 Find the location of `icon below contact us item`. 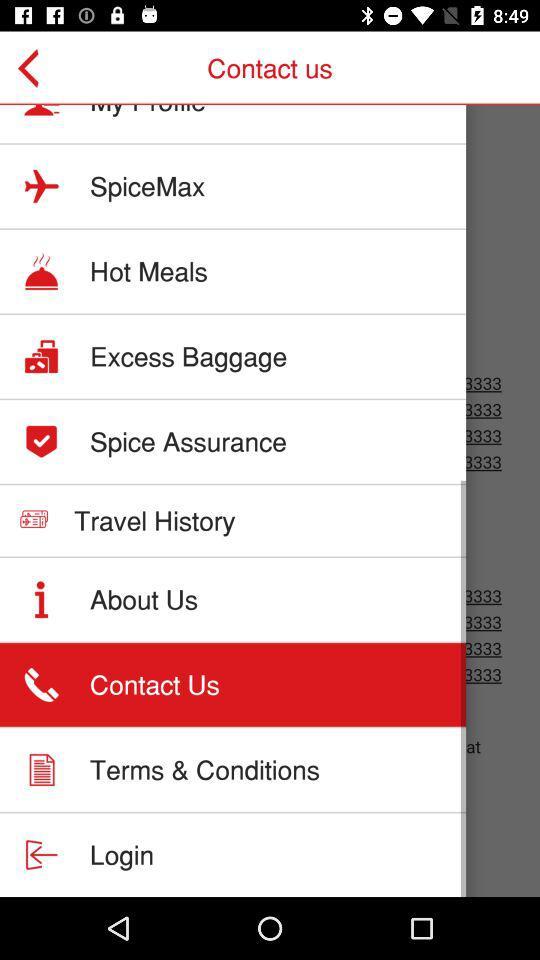

icon below contact us item is located at coordinates (146, 110).